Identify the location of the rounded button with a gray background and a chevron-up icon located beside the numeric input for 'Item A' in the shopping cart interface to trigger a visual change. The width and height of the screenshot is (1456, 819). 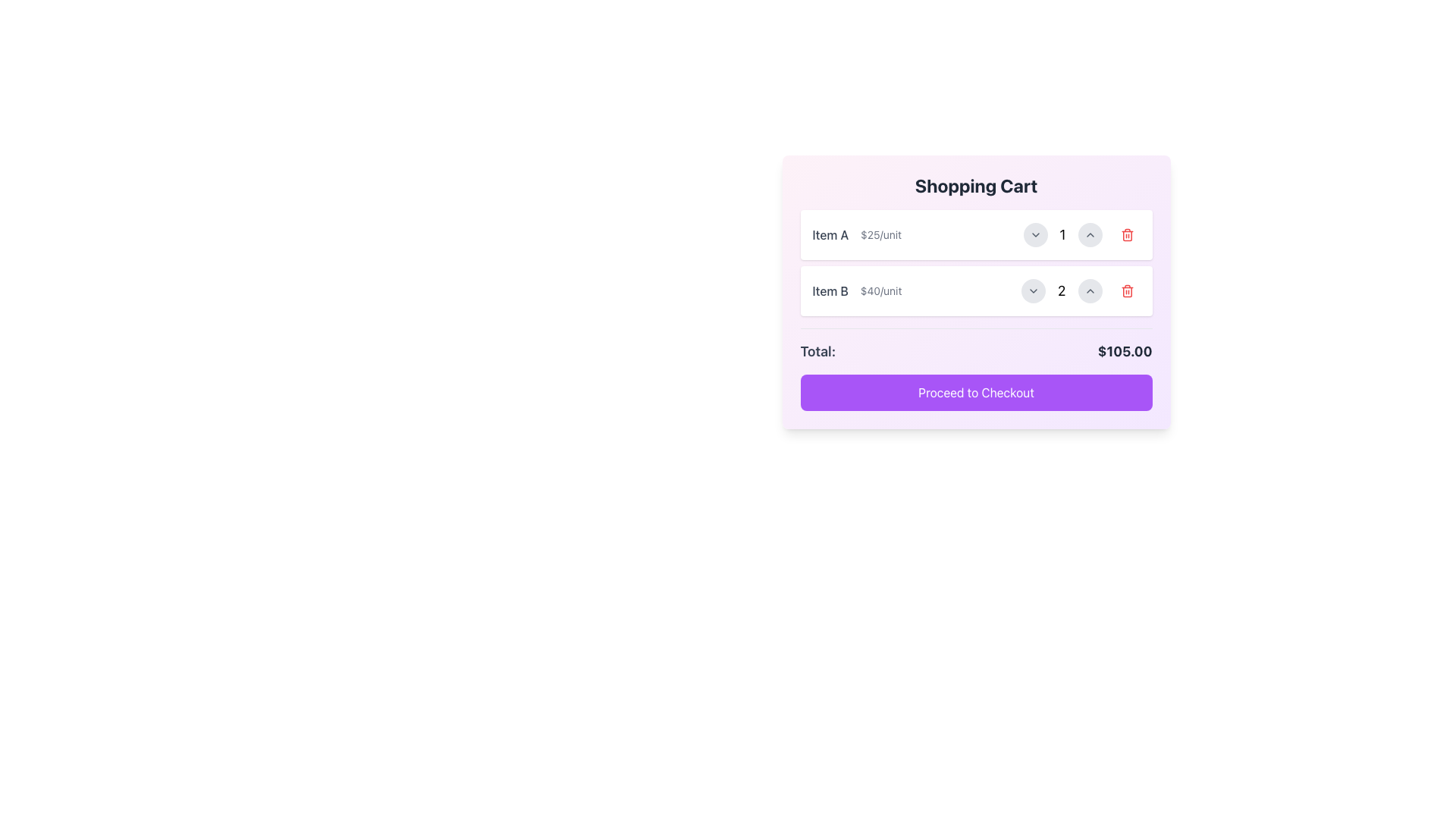
(1089, 234).